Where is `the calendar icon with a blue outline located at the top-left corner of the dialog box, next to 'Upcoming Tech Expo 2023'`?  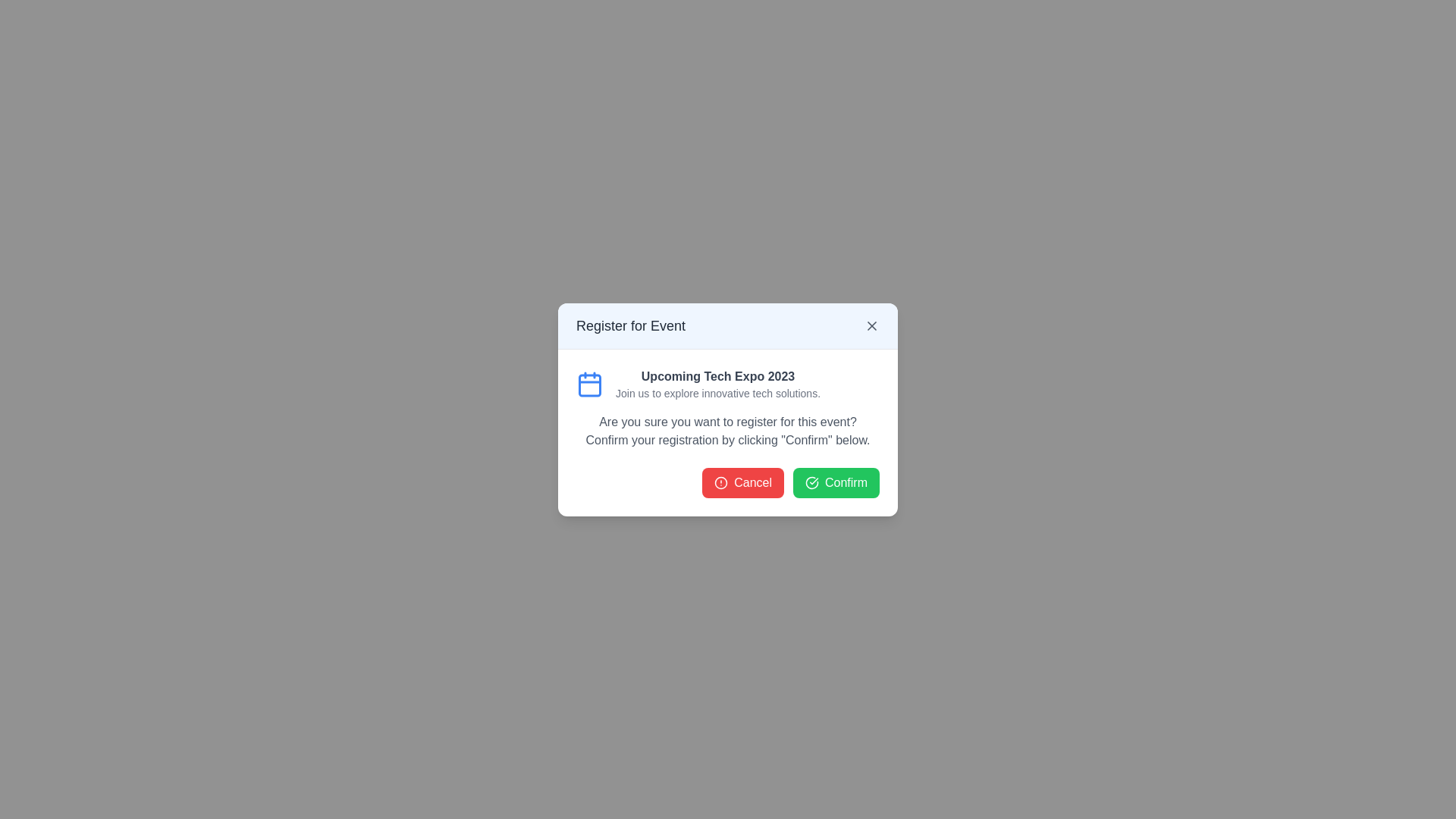
the calendar icon with a blue outline located at the top-left corner of the dialog box, next to 'Upcoming Tech Expo 2023' is located at coordinates (588, 382).